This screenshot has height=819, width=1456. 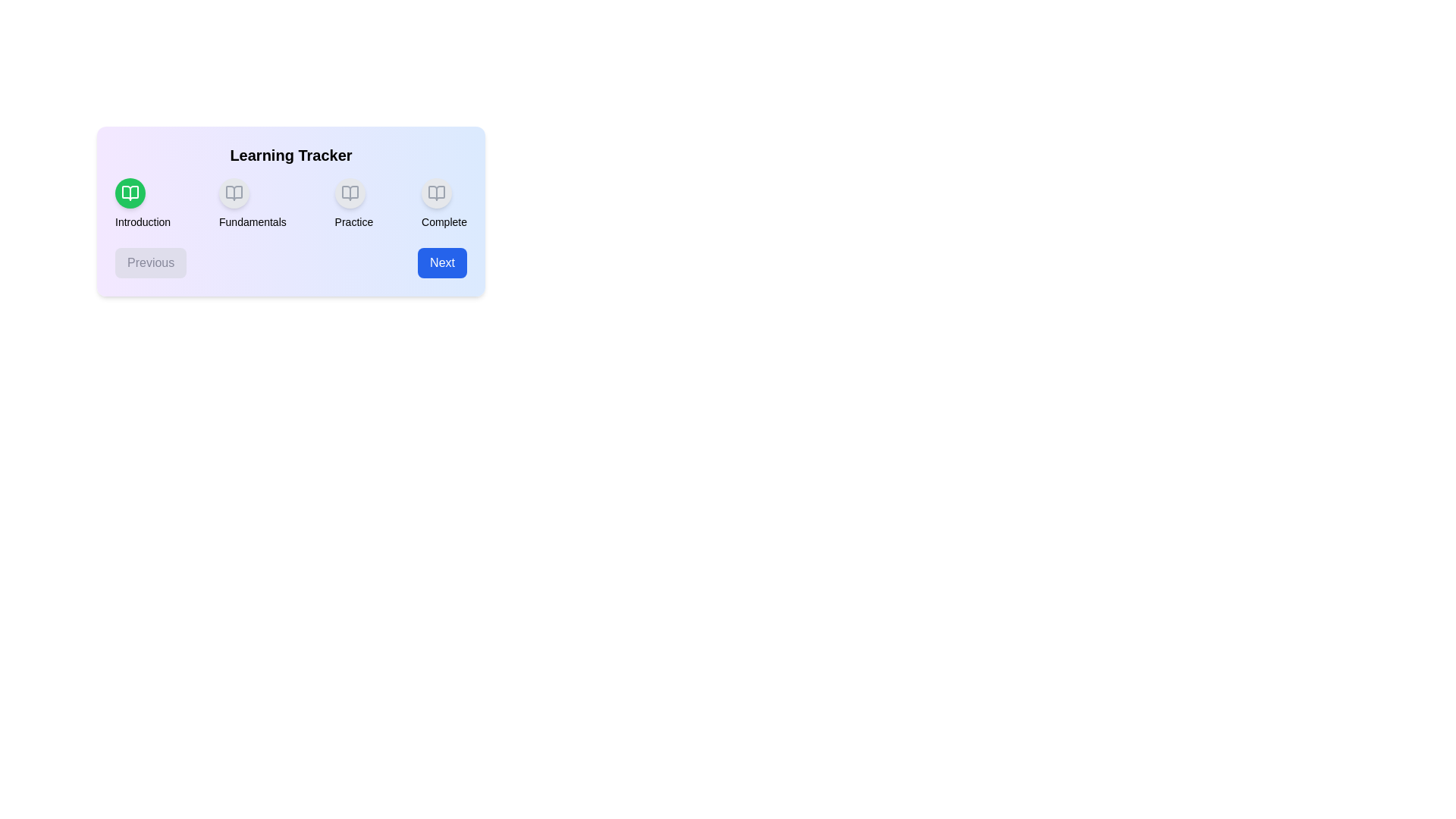 What do you see at coordinates (130, 192) in the screenshot?
I see `the open book icon, which is represented in a minimalist line art style within a green circular background, located in the top-left region of the interface as part of the Learning Tracker module` at bounding box center [130, 192].